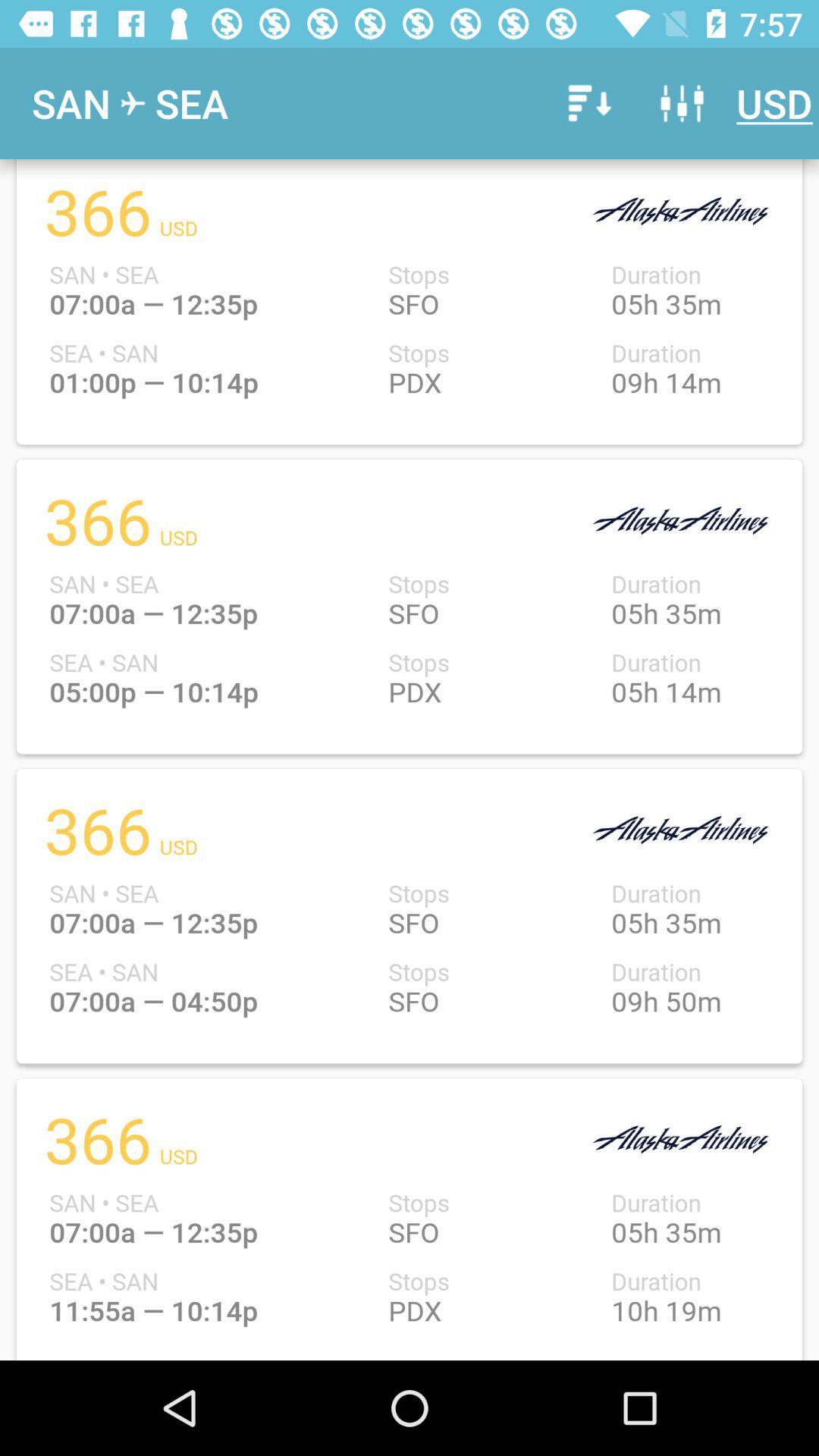 The image size is (819, 1456). I want to click on the item to the left of usd icon, so click(681, 102).